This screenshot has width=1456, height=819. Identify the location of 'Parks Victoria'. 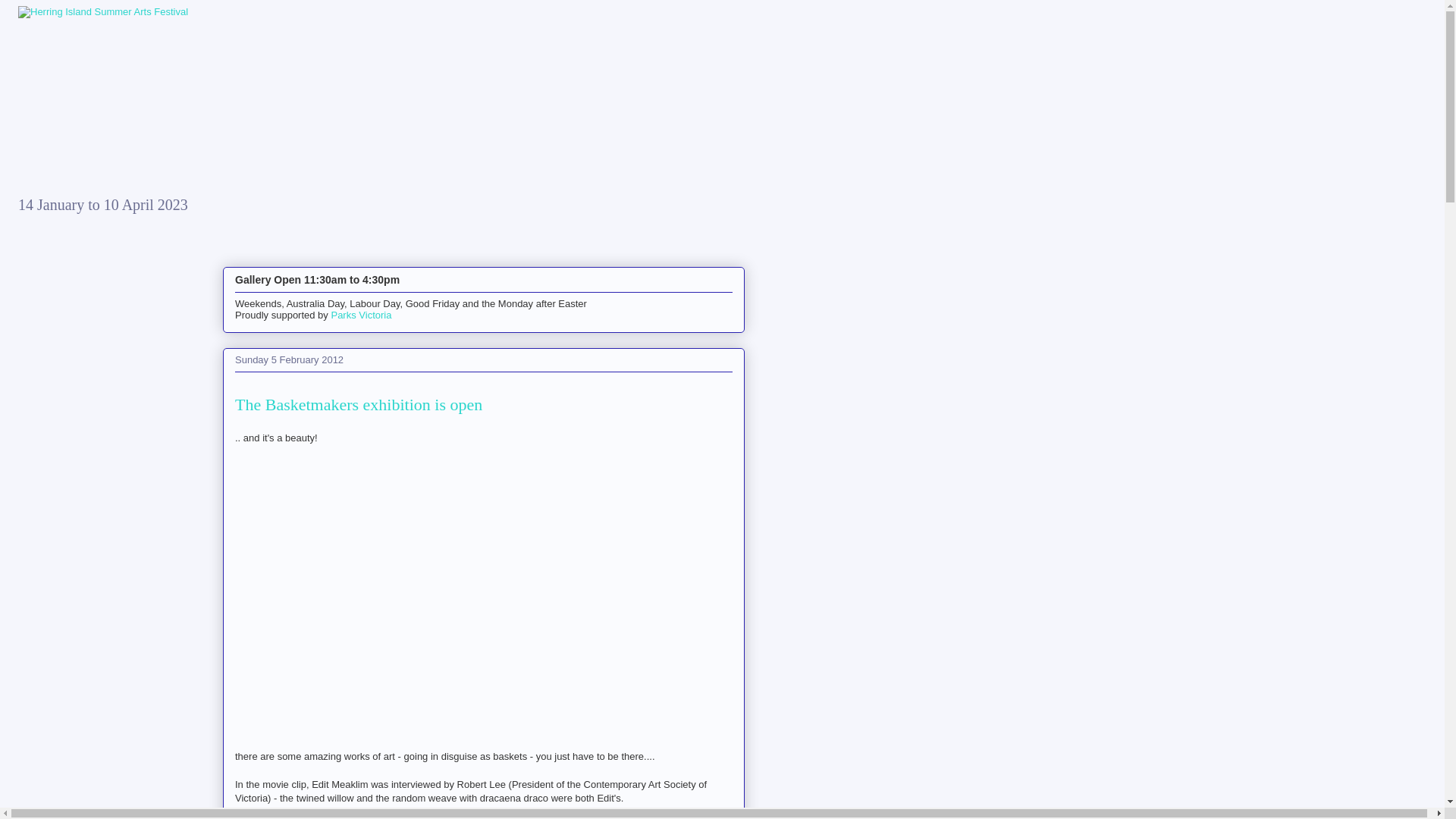
(359, 314).